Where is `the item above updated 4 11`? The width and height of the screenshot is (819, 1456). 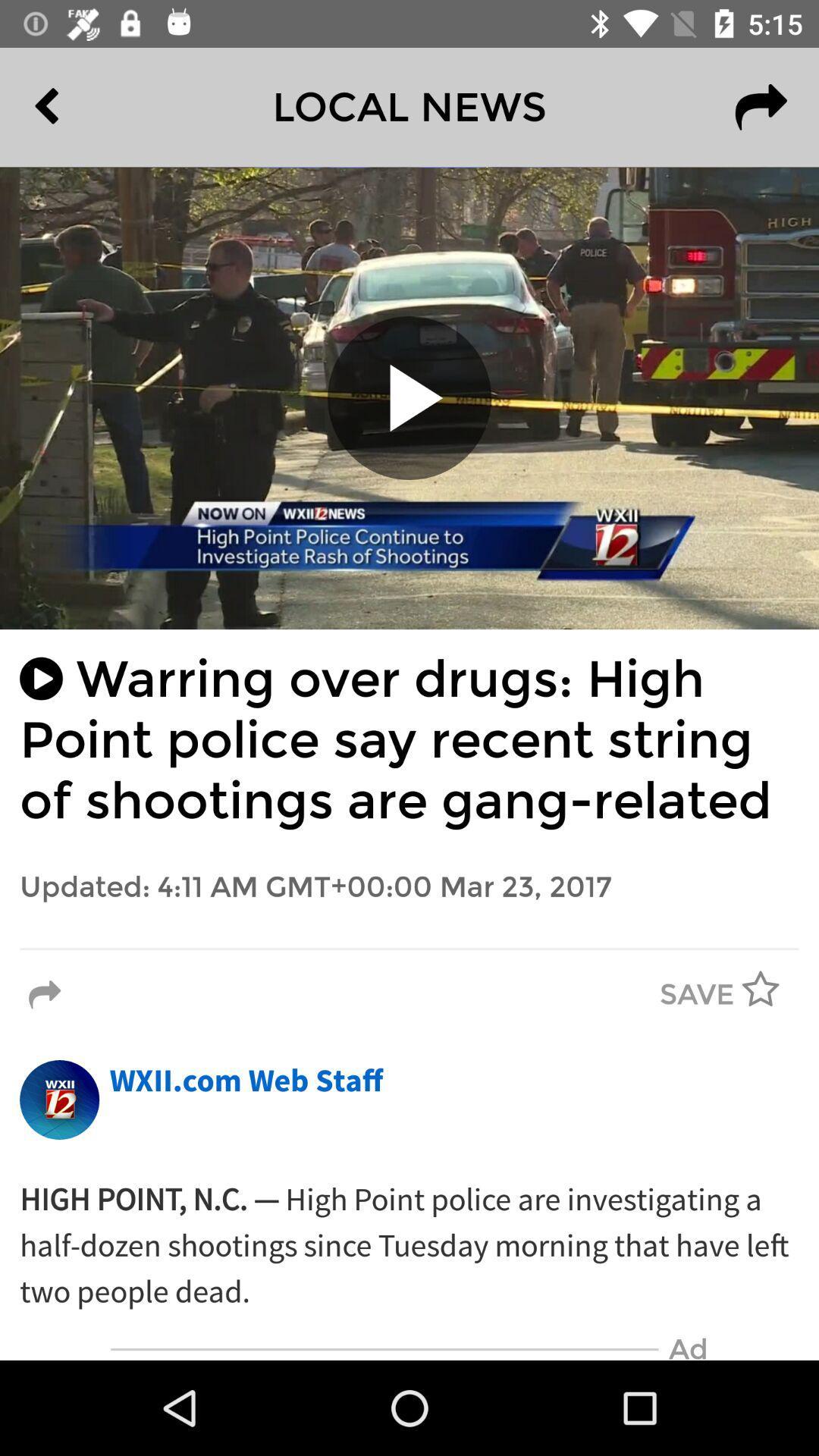
the item above updated 4 11 is located at coordinates (409, 740).